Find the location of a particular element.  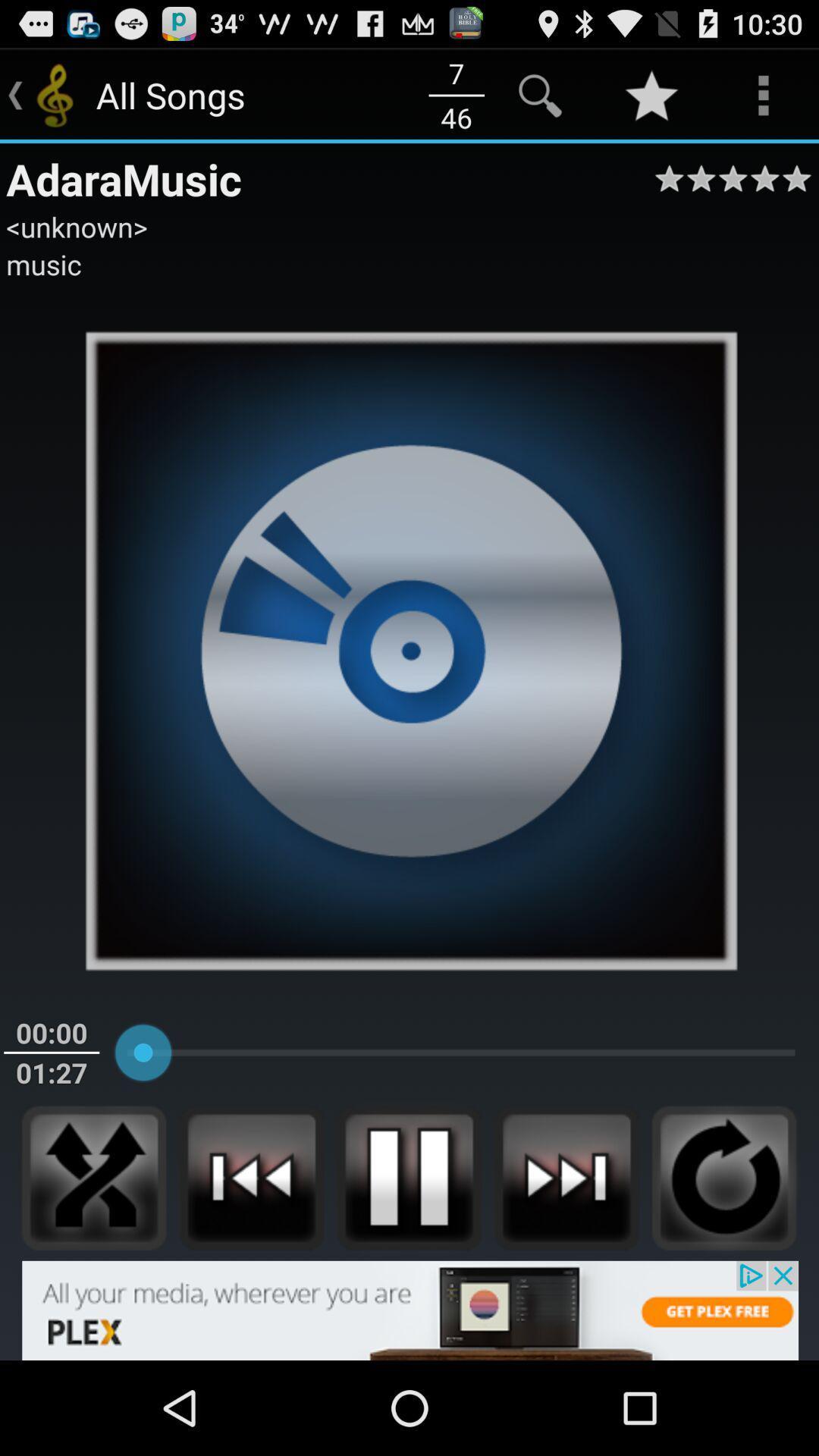

the text beside the music icon is located at coordinates (290, 94).